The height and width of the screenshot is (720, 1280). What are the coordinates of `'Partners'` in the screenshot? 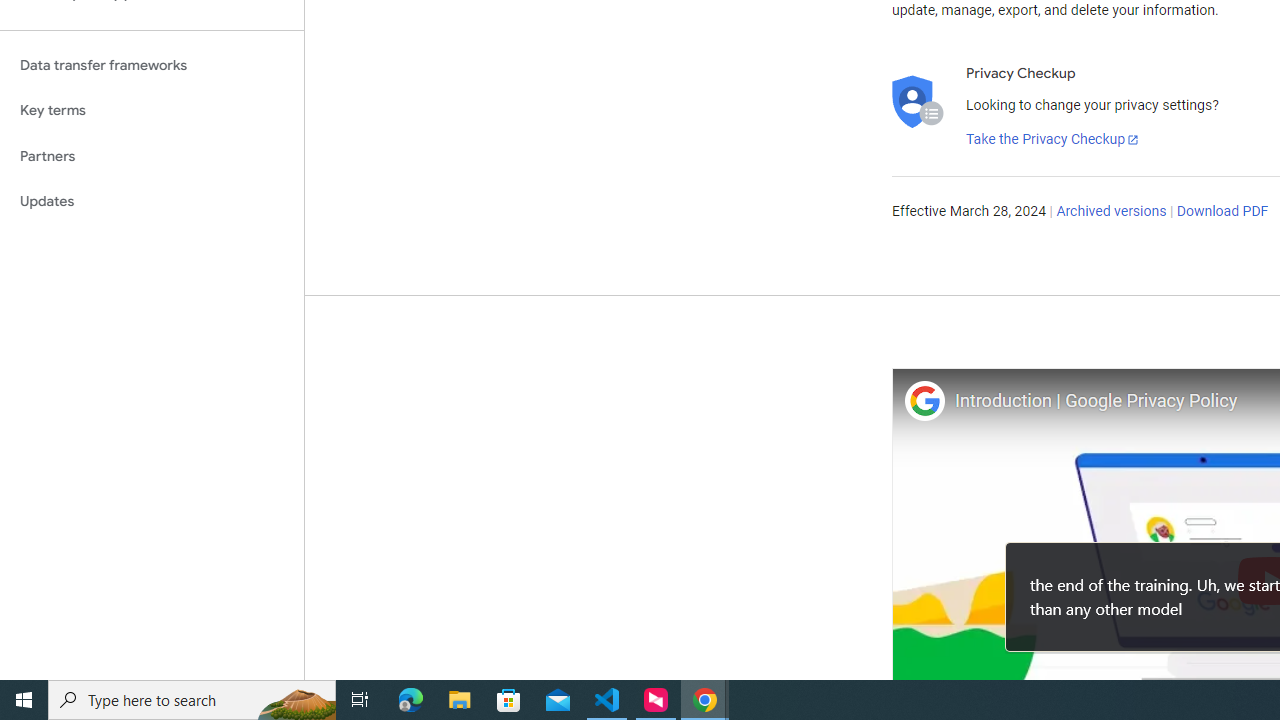 It's located at (151, 155).